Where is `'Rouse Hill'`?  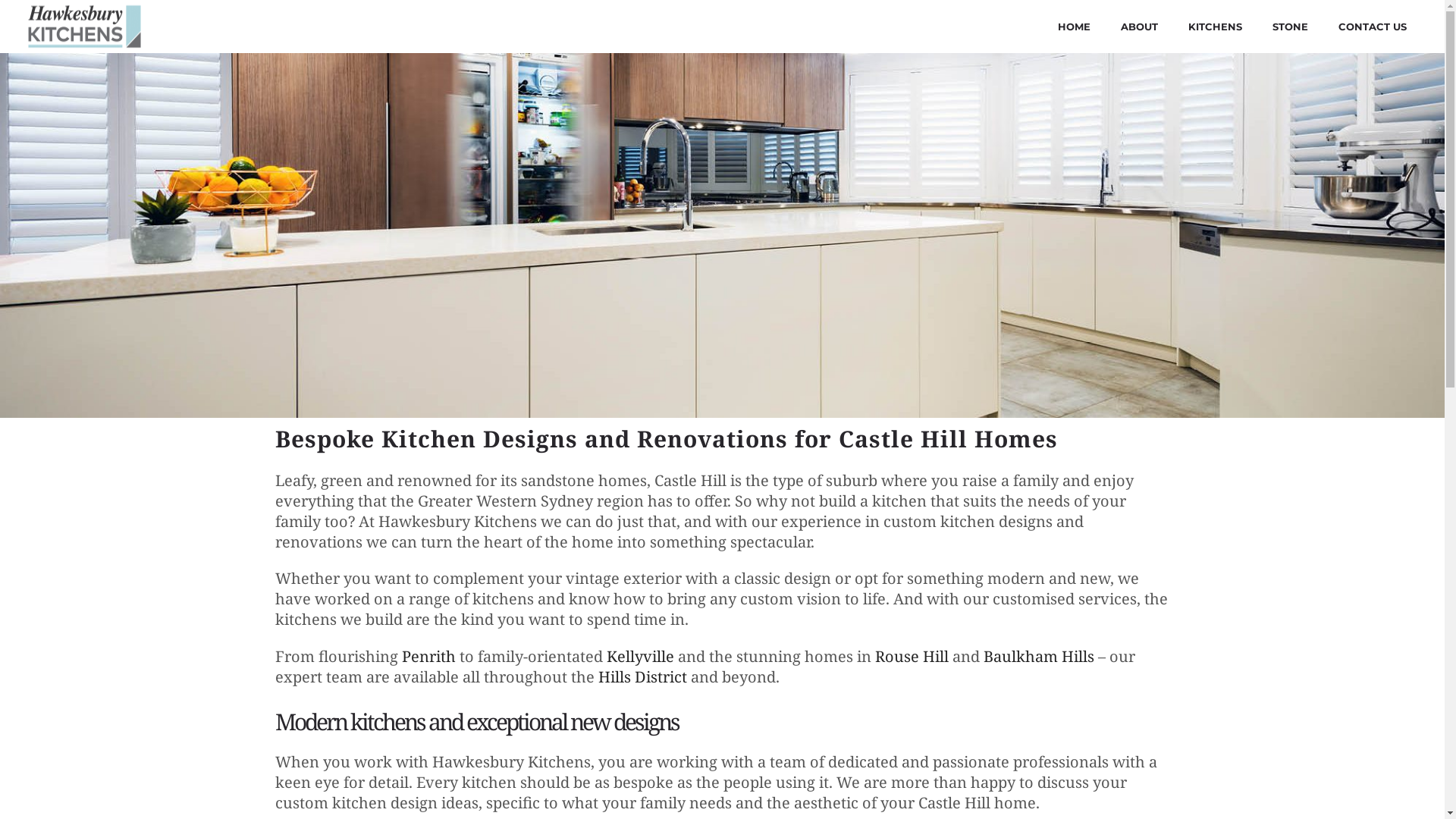 'Rouse Hill' is located at coordinates (874, 655).